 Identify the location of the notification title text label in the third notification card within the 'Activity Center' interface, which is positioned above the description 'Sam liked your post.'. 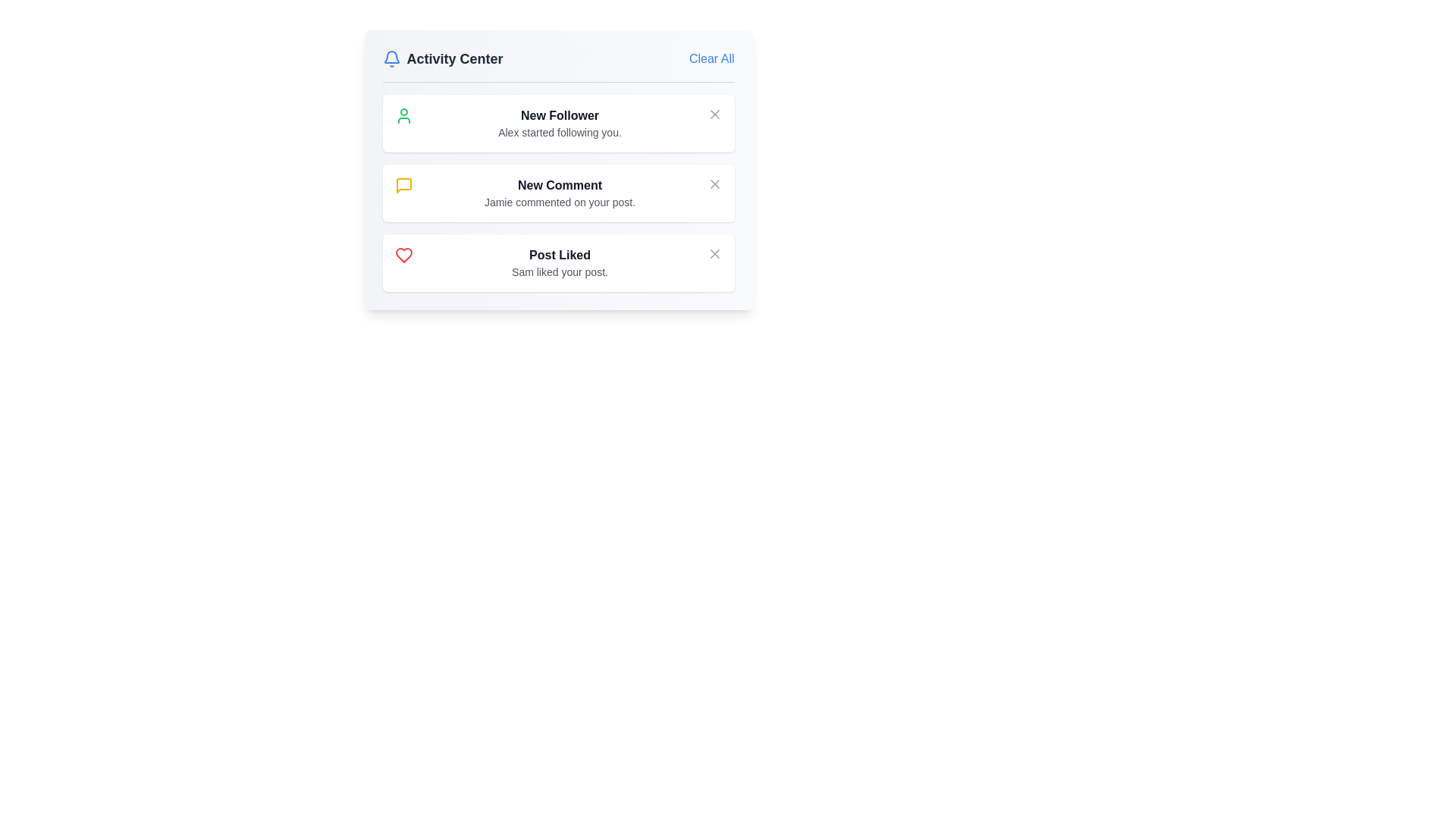
(559, 254).